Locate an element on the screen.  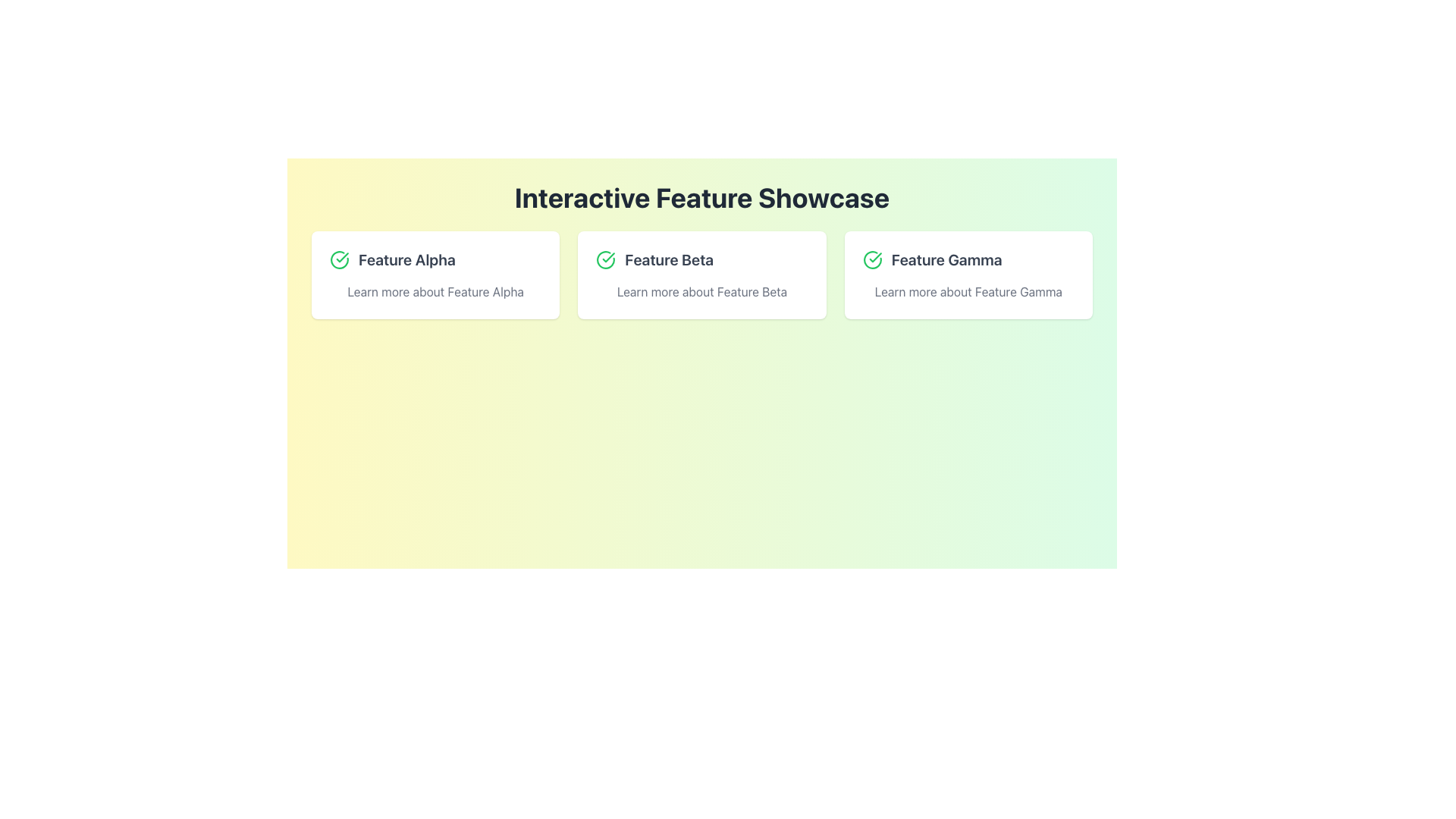
the positive status icon associated with 'Feature Gamma' located to the left of the text 'Feature Gamma' is located at coordinates (872, 259).